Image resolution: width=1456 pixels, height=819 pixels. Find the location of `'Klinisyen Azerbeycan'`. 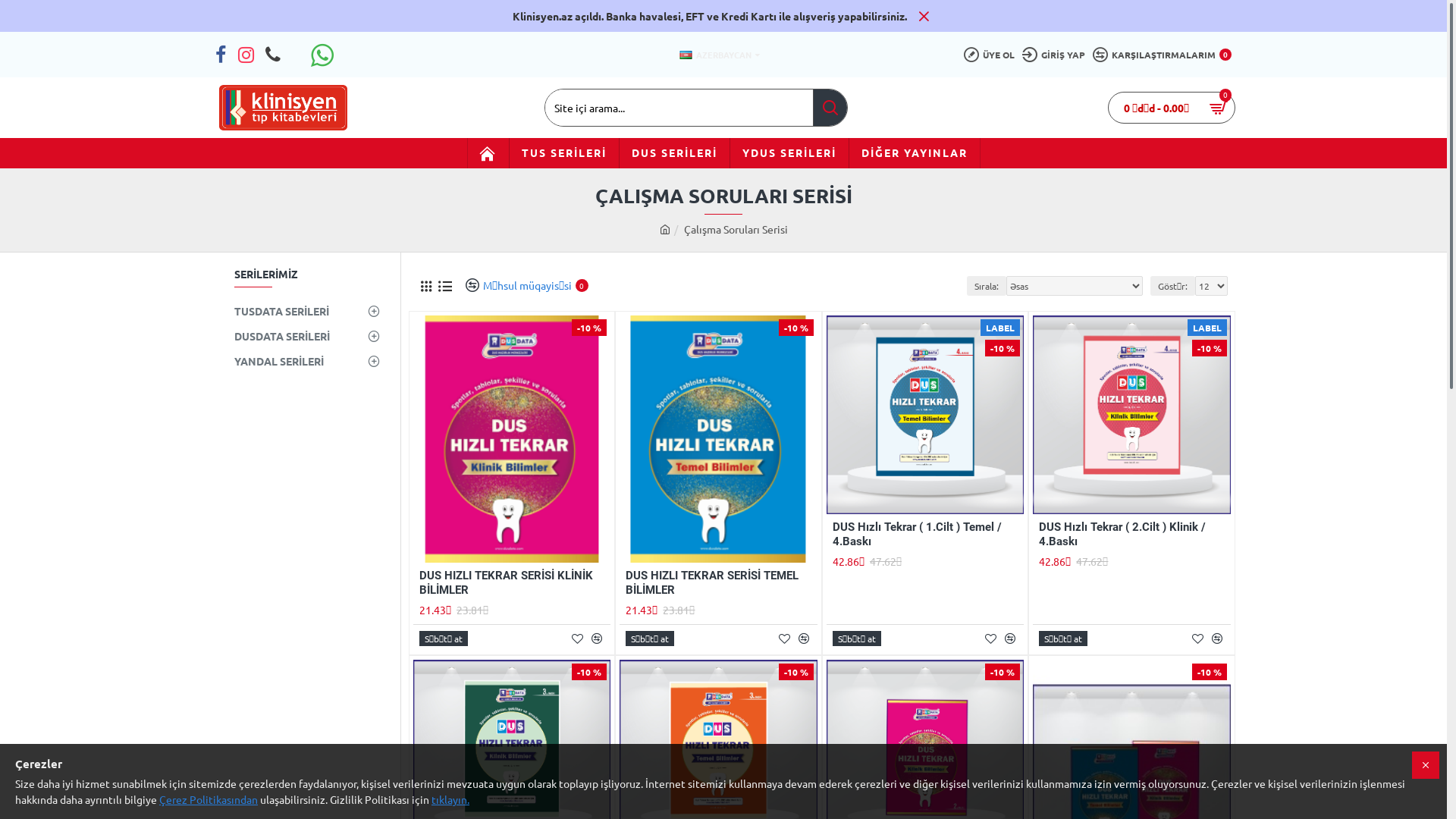

'Klinisyen Azerbeycan' is located at coordinates (283, 107).